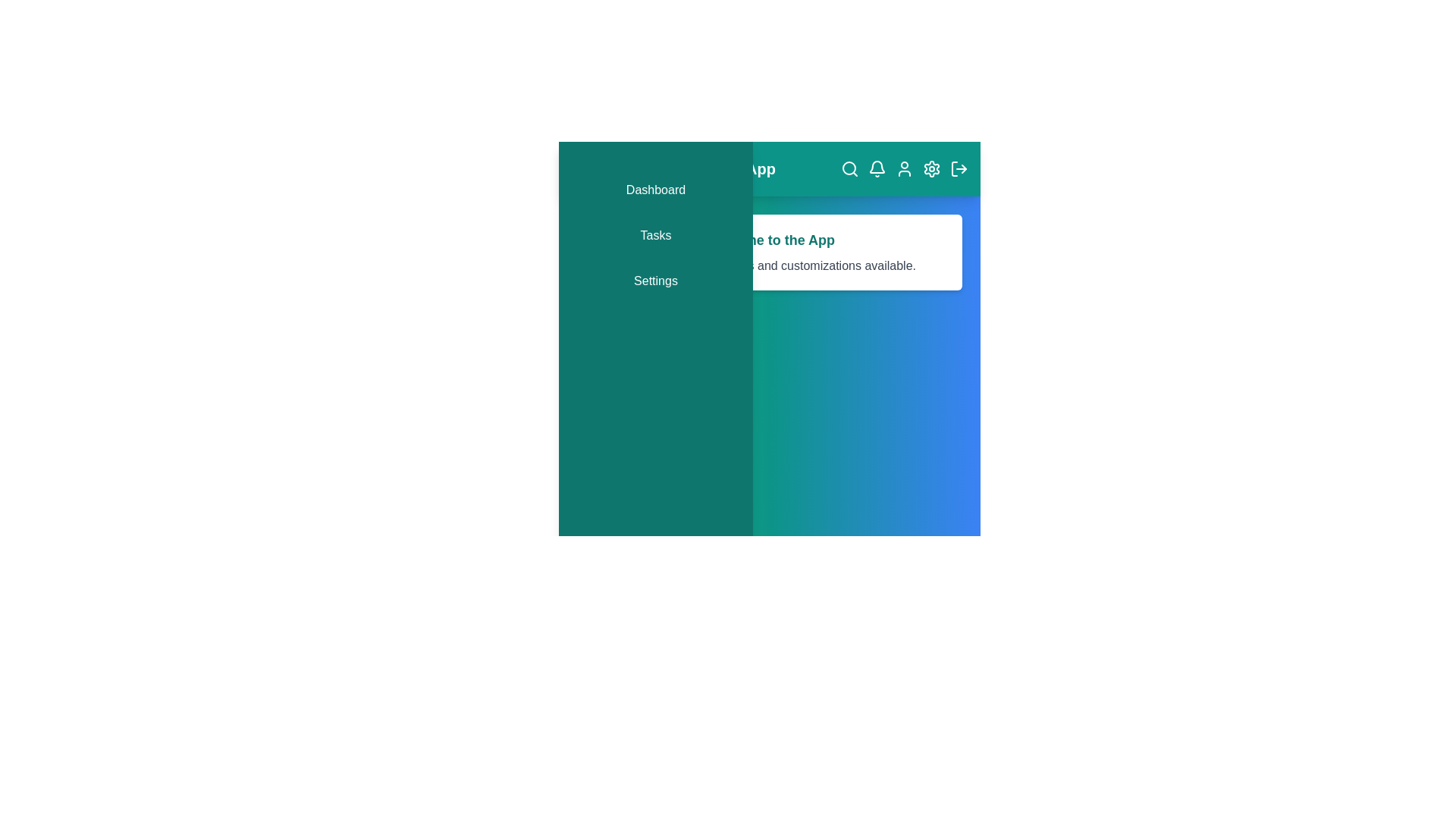 The height and width of the screenshot is (819, 1456). I want to click on the 'Settings' menu item in the navigation bar, so click(655, 281).